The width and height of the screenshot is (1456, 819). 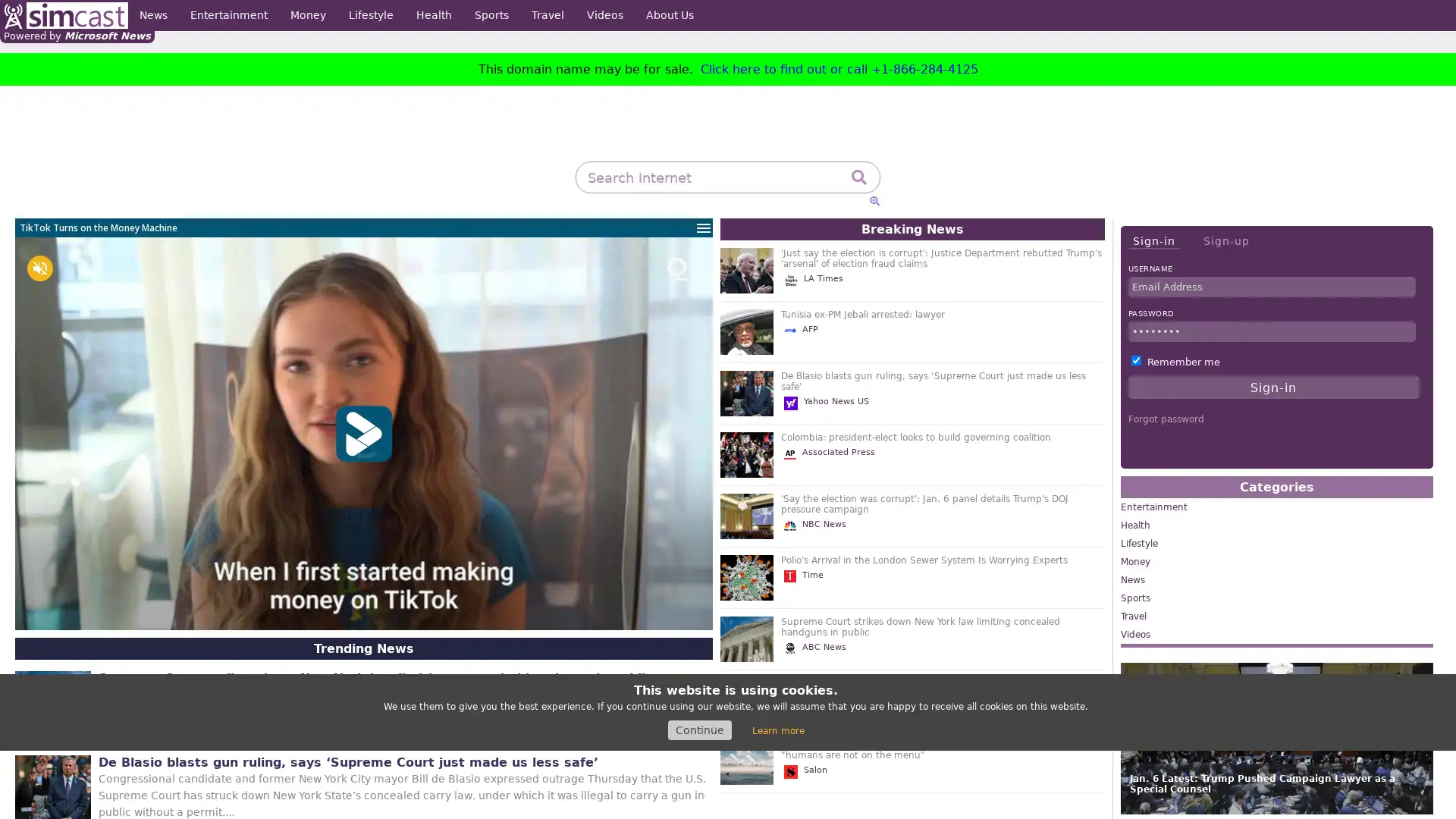 I want to click on Sign-in, so click(x=1153, y=240).